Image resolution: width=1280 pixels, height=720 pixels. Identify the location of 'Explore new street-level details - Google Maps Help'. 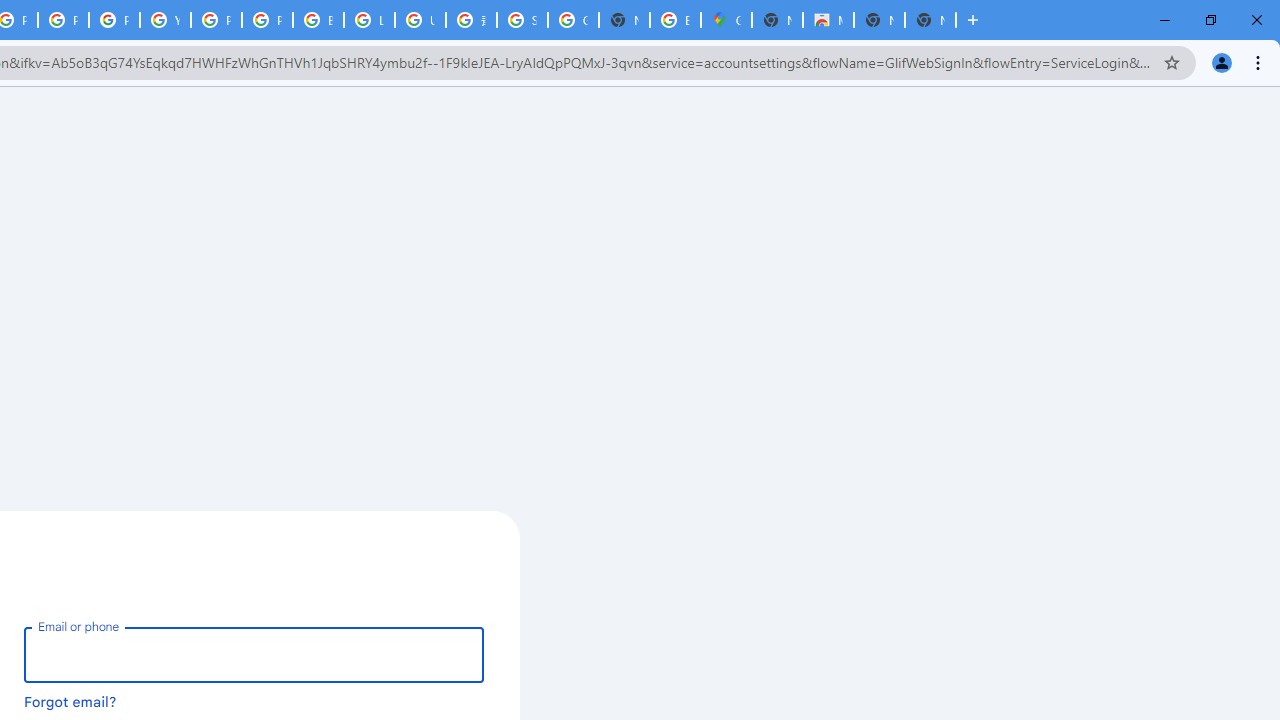
(675, 20).